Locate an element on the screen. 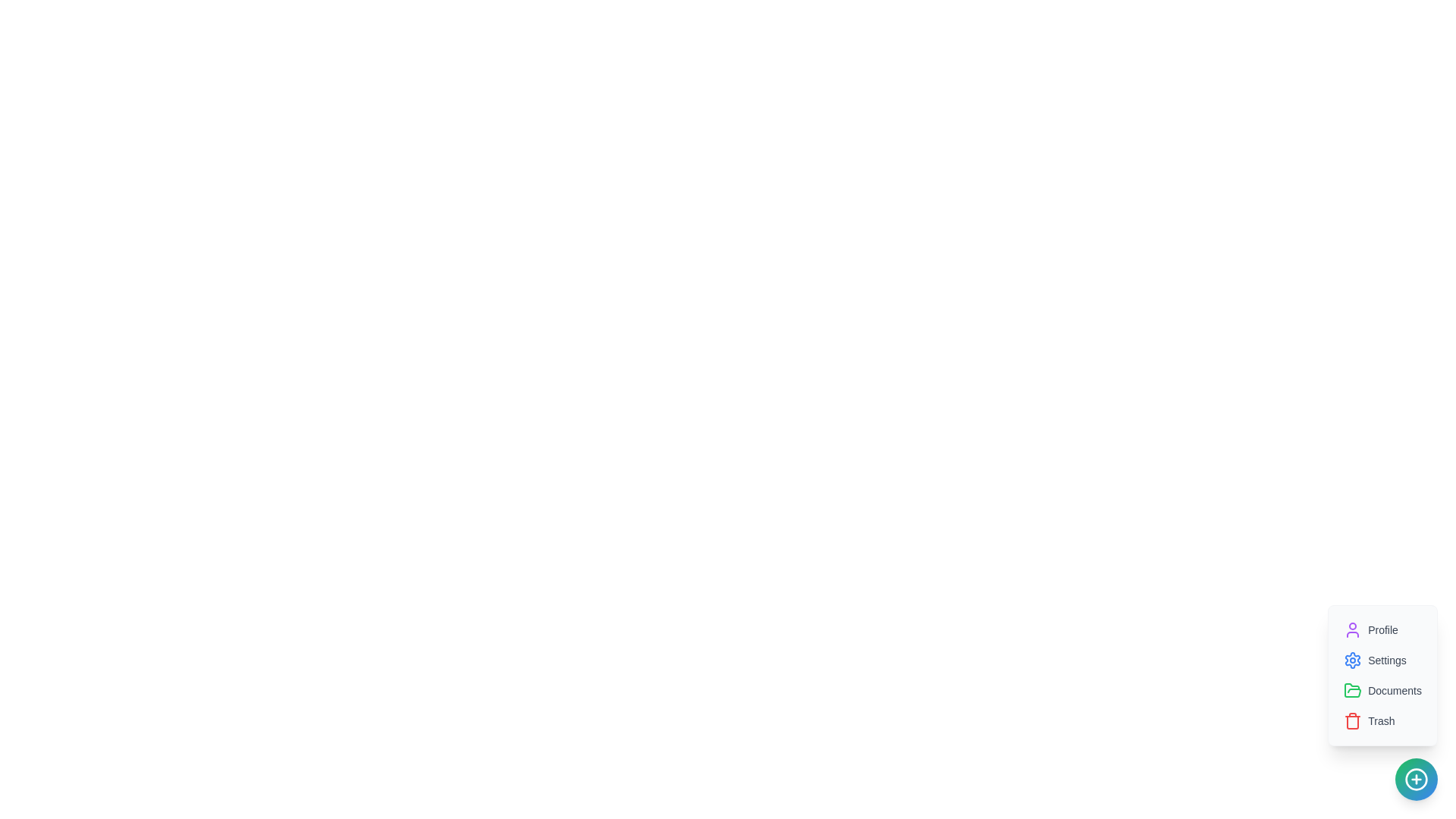 The image size is (1456, 819). the 'Documents' option in the menu is located at coordinates (1382, 690).